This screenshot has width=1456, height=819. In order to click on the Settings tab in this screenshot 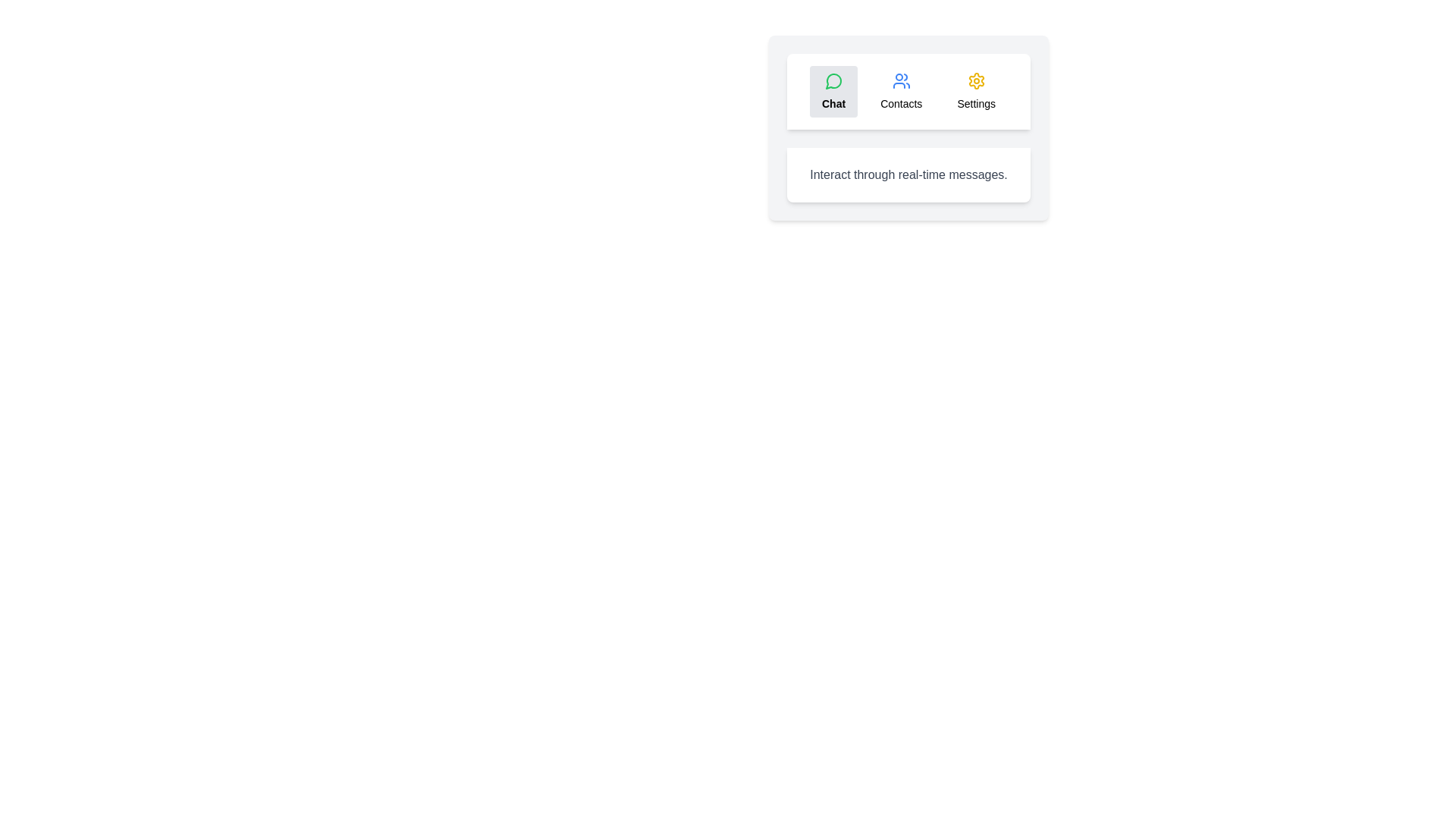, I will do `click(976, 91)`.